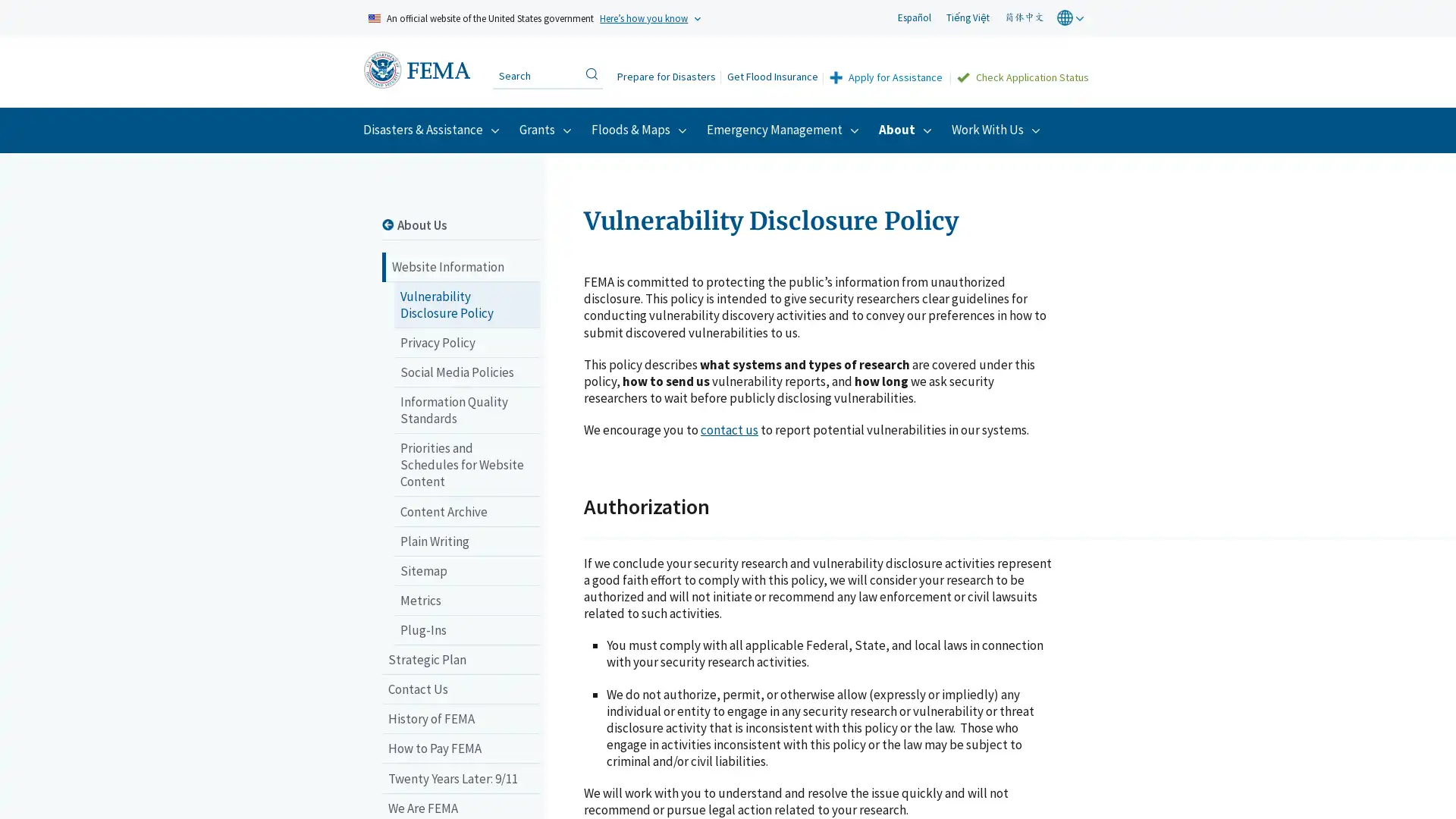 This screenshot has height=819, width=1456. I want to click on Search, so click(590, 73).